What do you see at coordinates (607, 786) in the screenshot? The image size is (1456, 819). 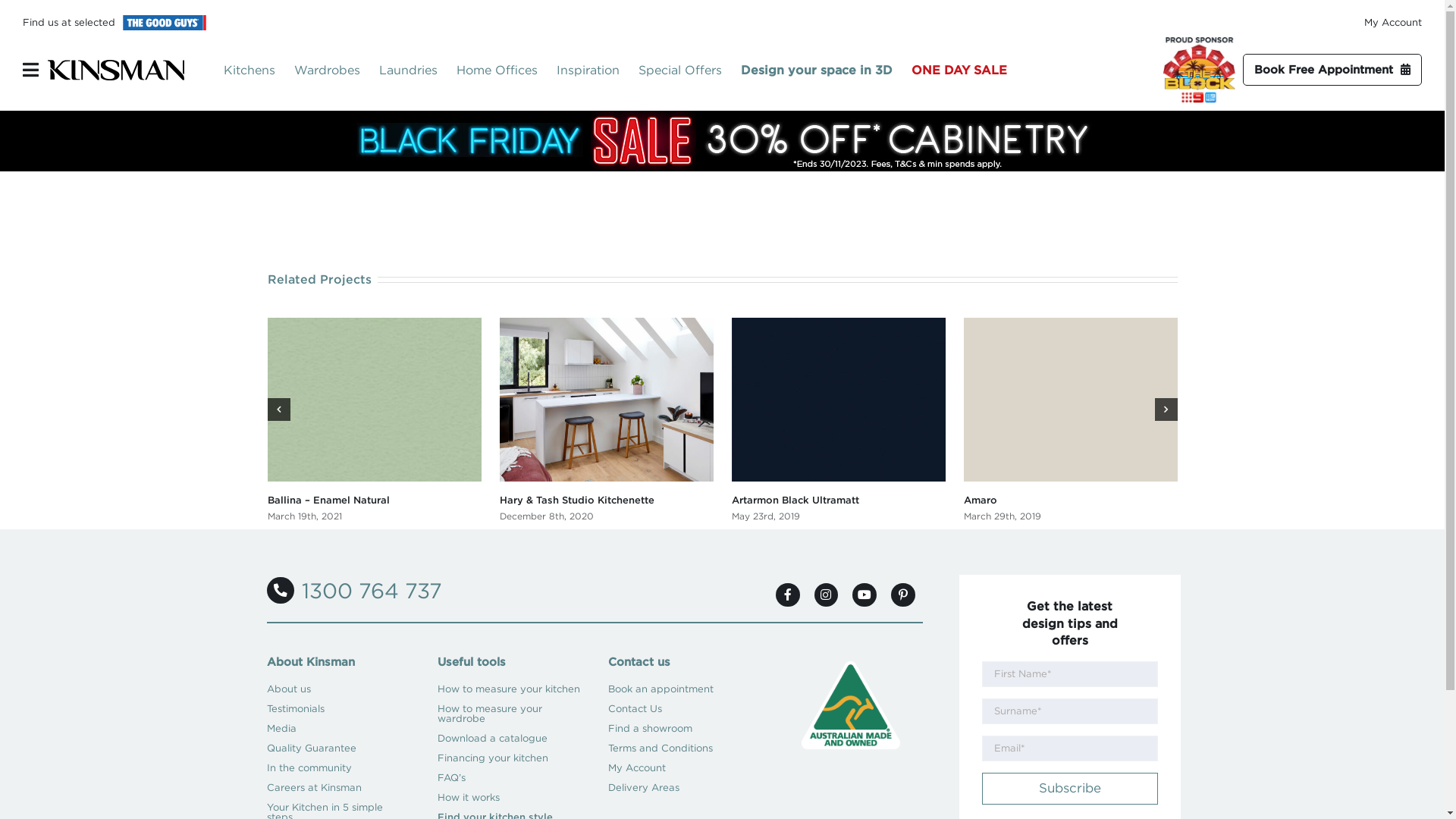 I see `'Delivery Areas'` at bounding box center [607, 786].